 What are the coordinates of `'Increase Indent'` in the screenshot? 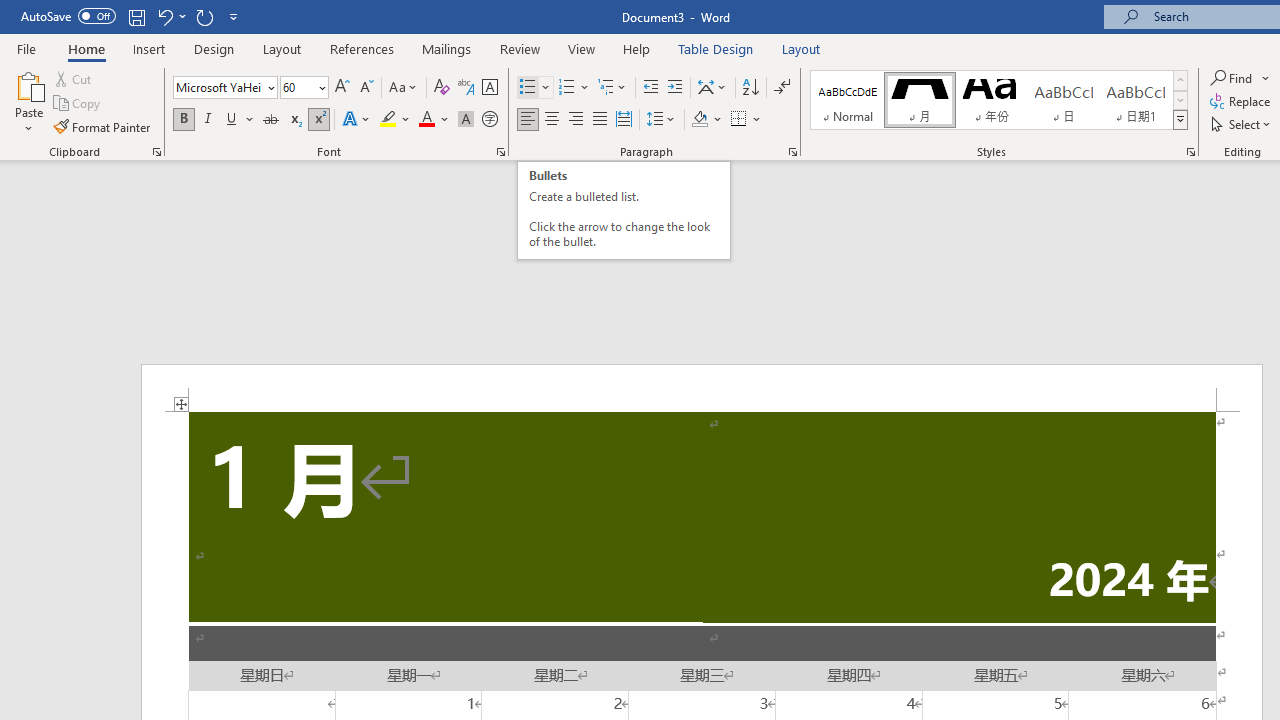 It's located at (675, 86).